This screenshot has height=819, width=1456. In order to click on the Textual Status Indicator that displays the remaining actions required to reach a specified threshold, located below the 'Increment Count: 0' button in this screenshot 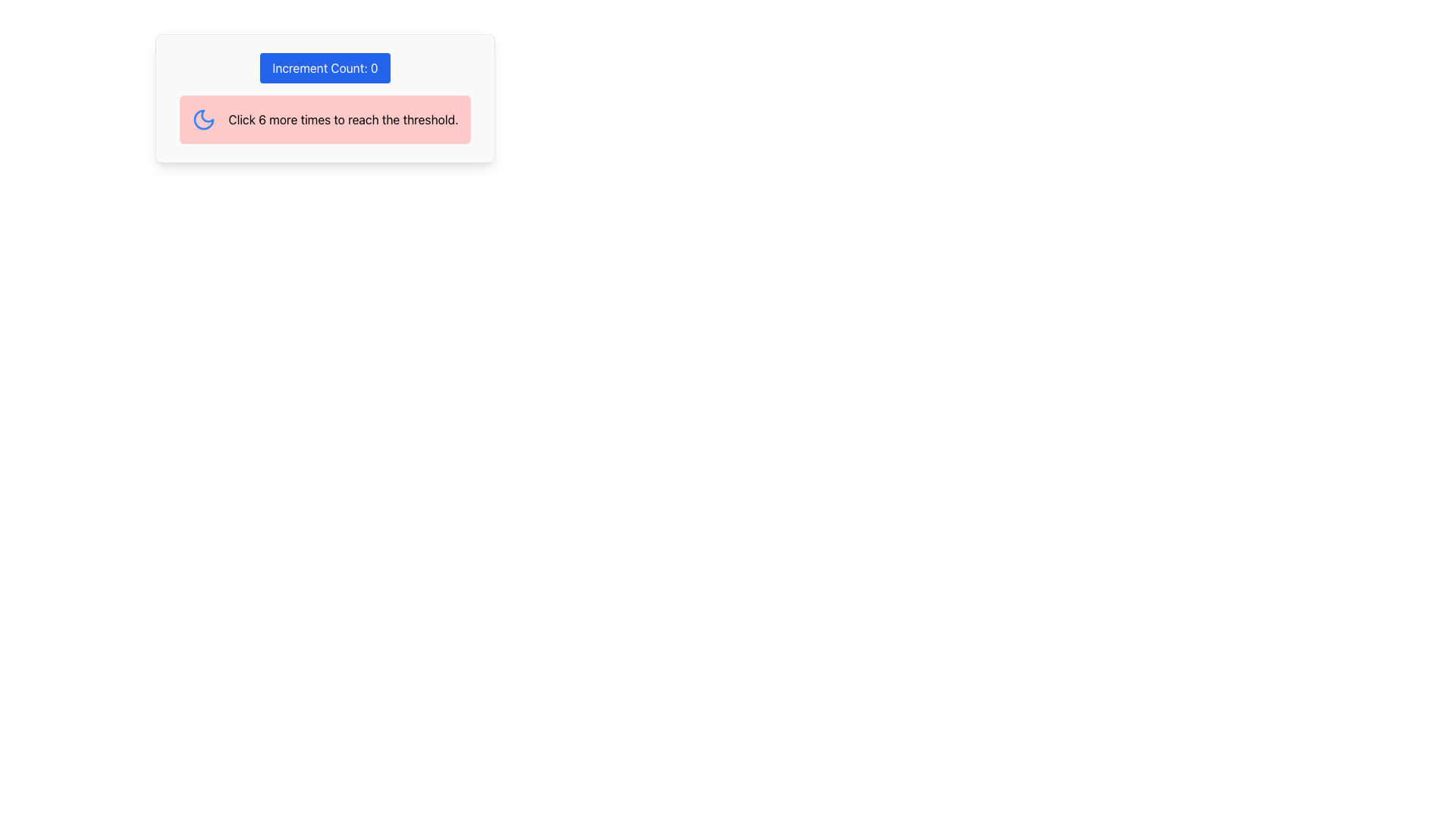, I will do `click(324, 119)`.